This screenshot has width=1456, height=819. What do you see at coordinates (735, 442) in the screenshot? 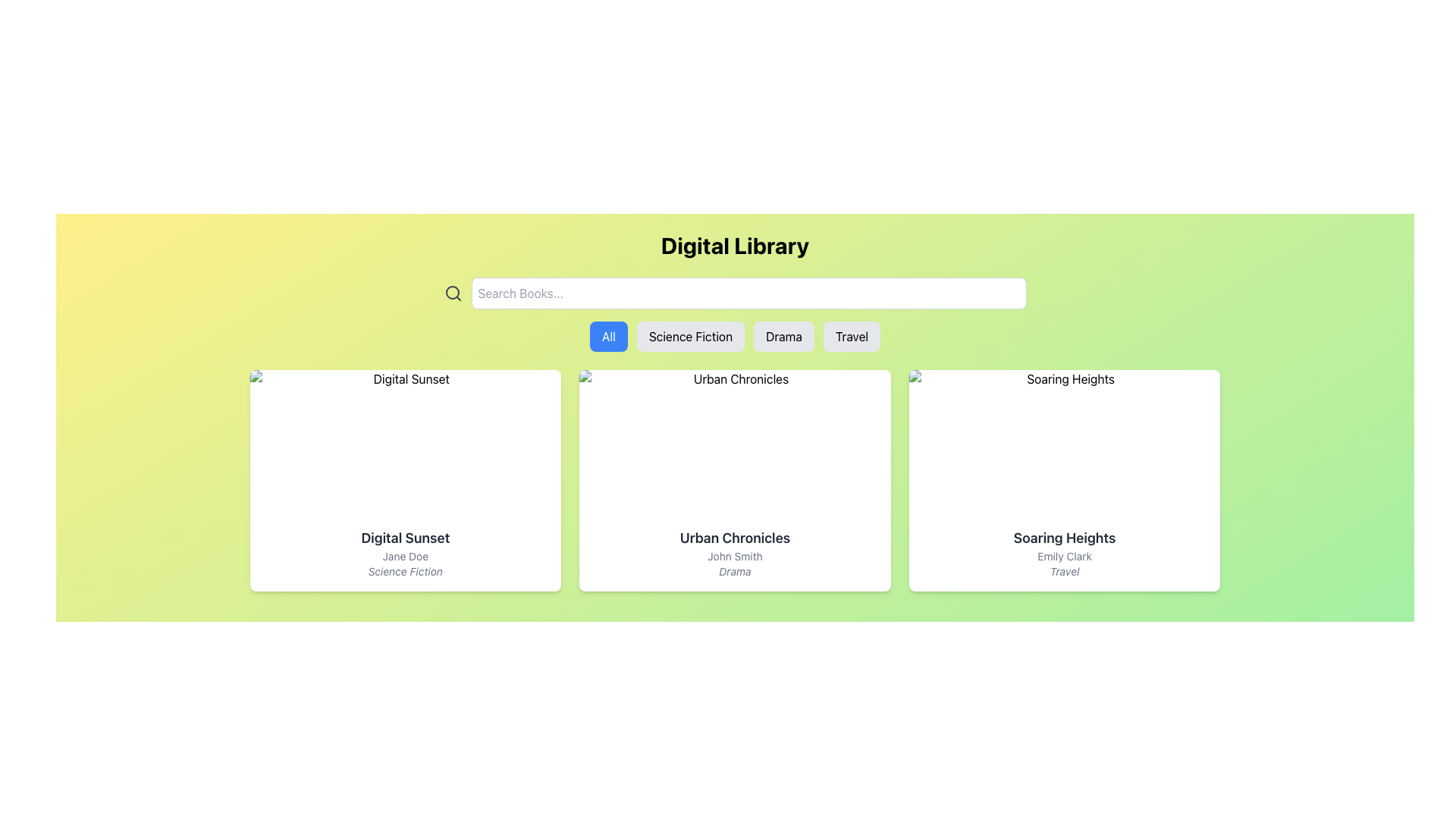
I see `the rectangular image displaying the placeholder for 'Urban Chronicles' to view image options` at bounding box center [735, 442].